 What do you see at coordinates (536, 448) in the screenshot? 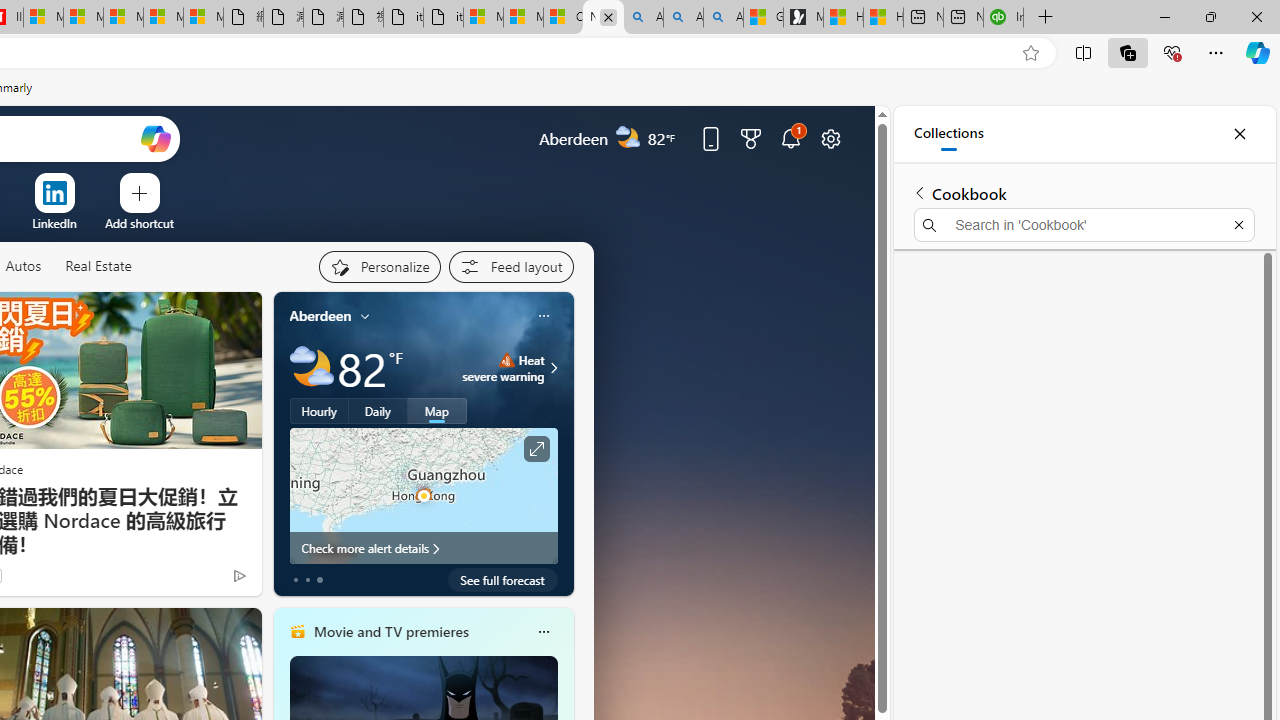
I see `'Click to see more information'` at bounding box center [536, 448].